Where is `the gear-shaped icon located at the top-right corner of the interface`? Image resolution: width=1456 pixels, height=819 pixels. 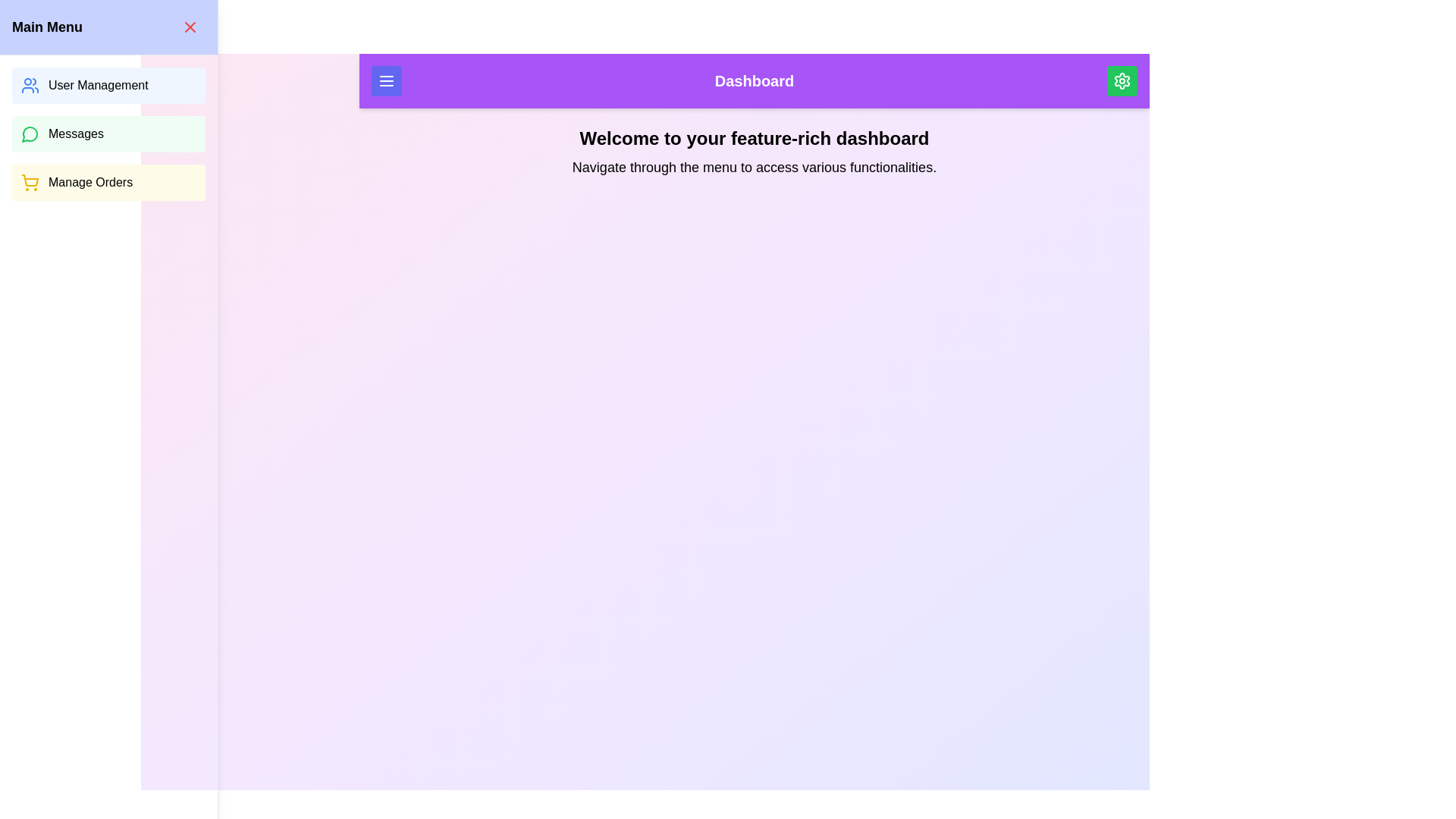
the gear-shaped icon located at the top-right corner of the interface is located at coordinates (1122, 81).